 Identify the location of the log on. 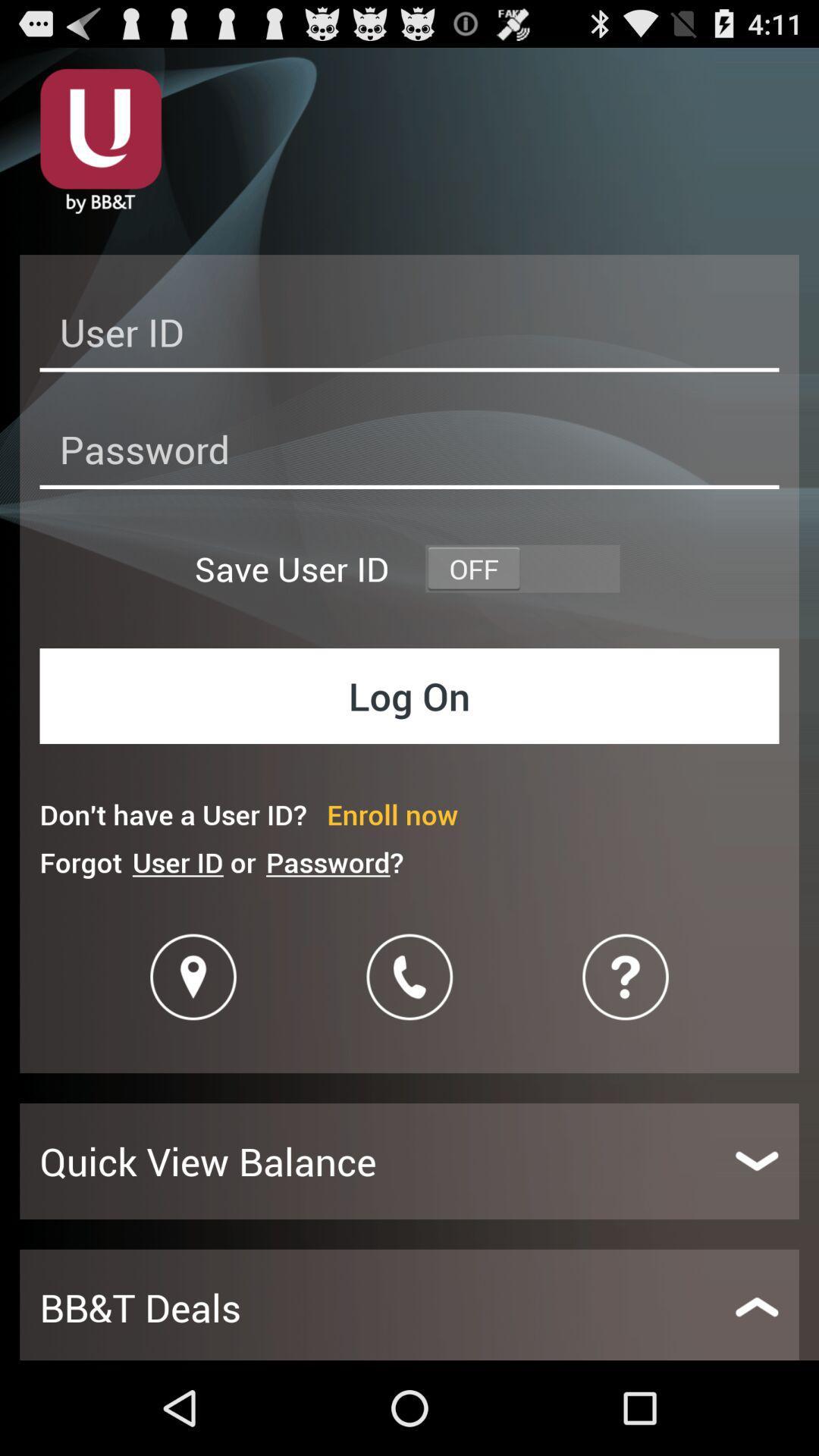
(409, 695).